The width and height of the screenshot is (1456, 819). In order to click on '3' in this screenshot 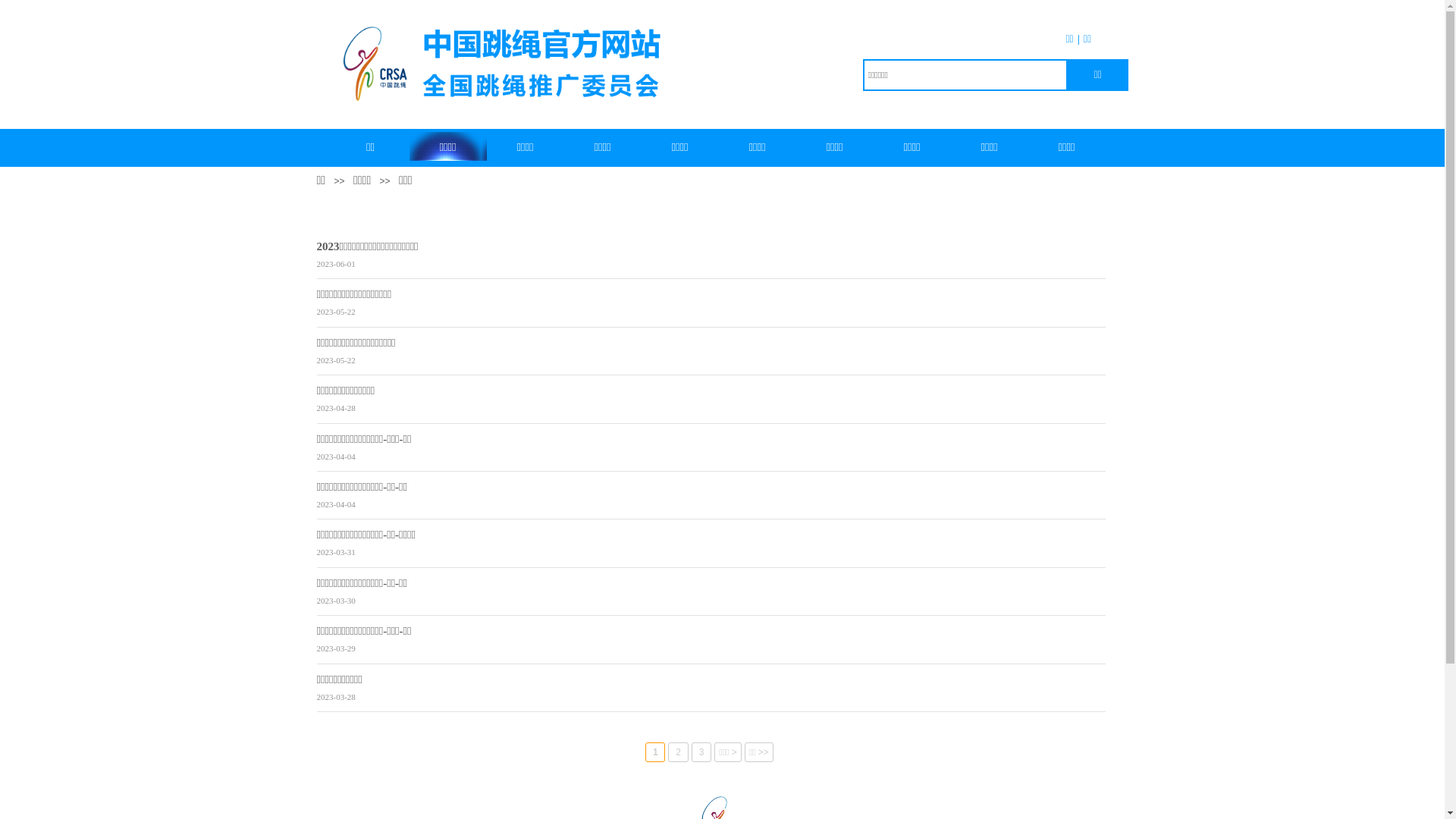, I will do `click(701, 752)`.